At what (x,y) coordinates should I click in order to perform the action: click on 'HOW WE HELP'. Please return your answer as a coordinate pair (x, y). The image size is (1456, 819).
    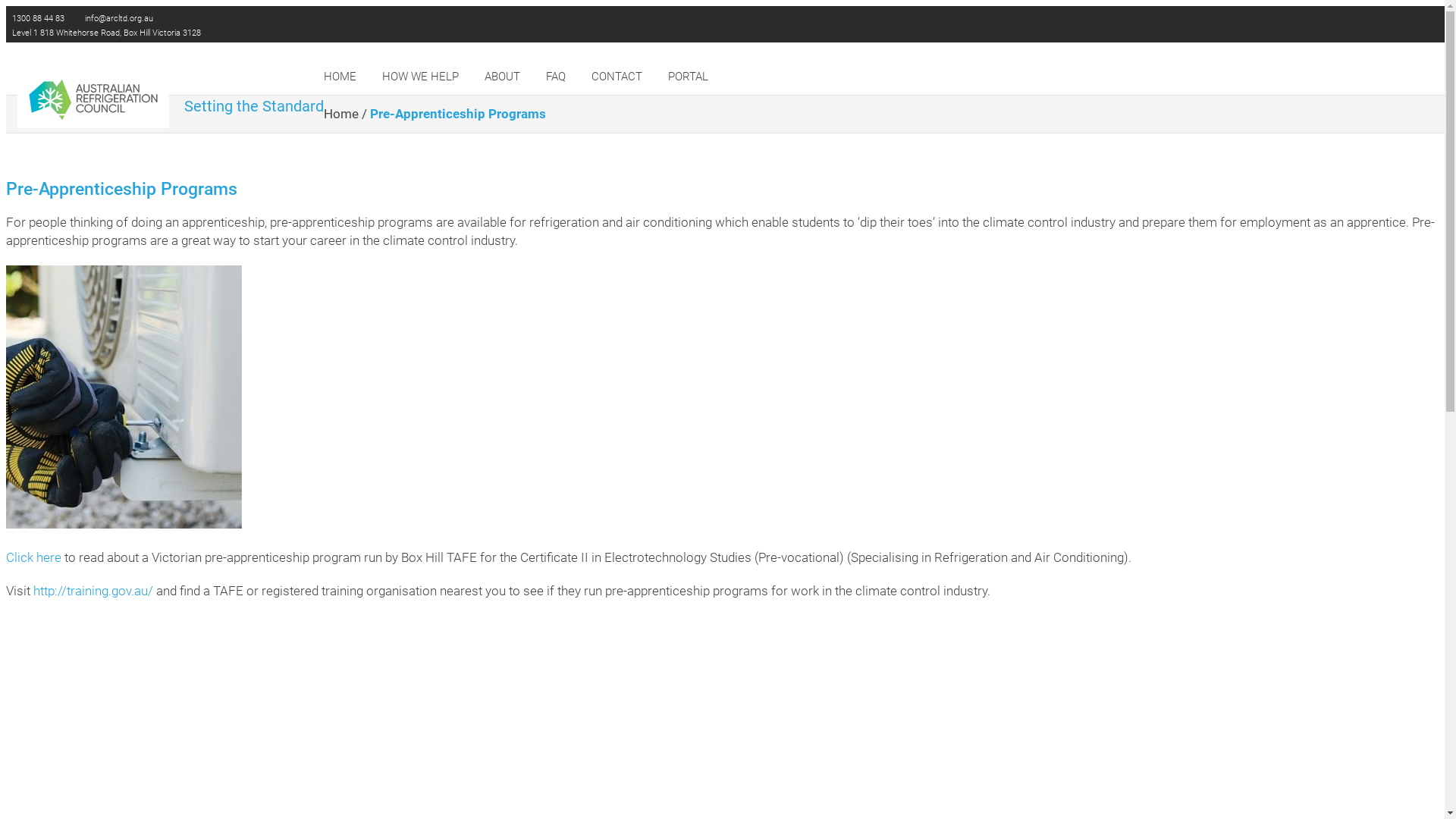
    Looking at the image, I should click on (420, 76).